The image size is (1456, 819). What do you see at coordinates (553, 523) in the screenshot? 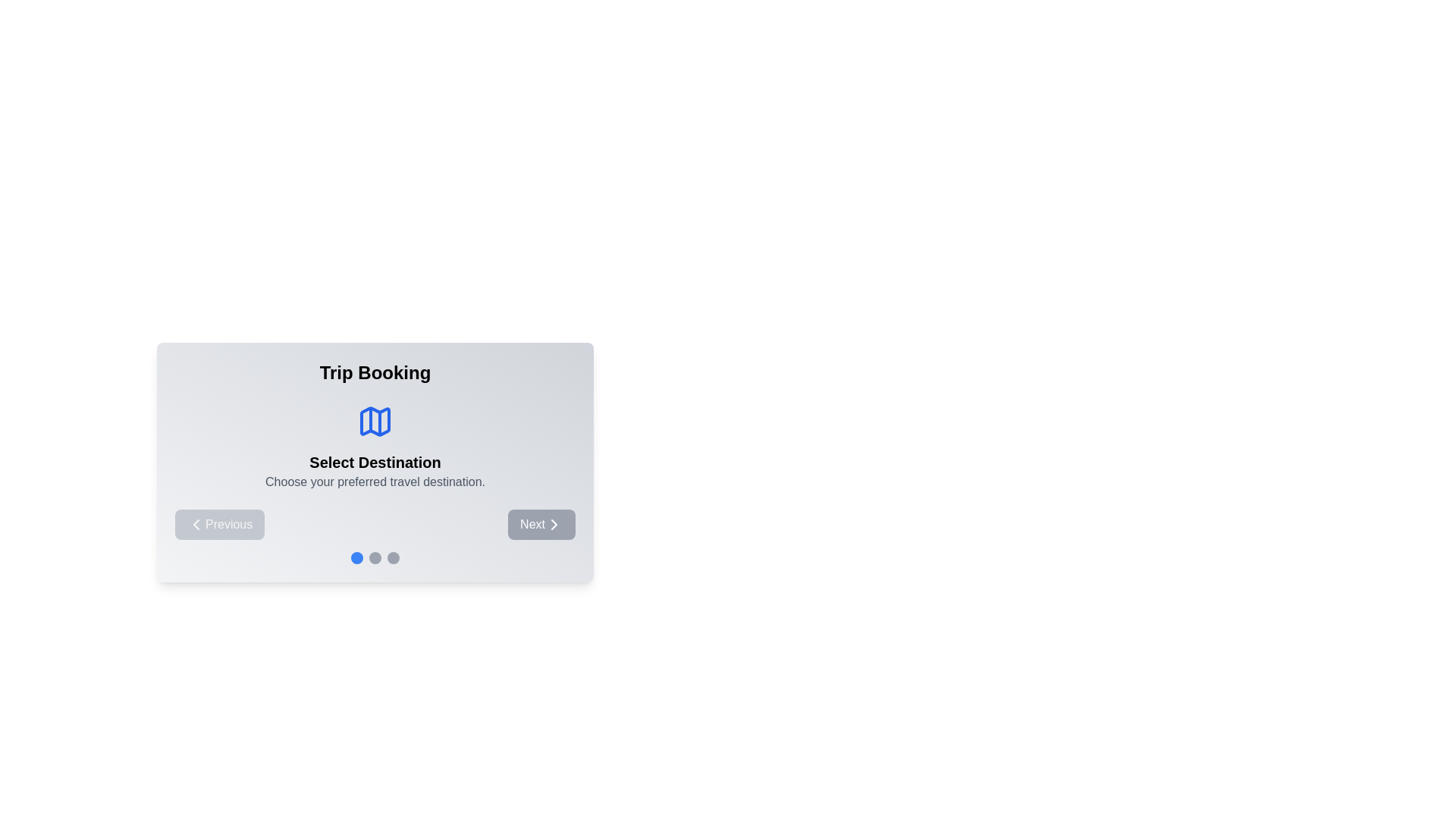
I see `the right-pointing arrow icon within the 'Next' button to proceed to the next step` at bounding box center [553, 523].